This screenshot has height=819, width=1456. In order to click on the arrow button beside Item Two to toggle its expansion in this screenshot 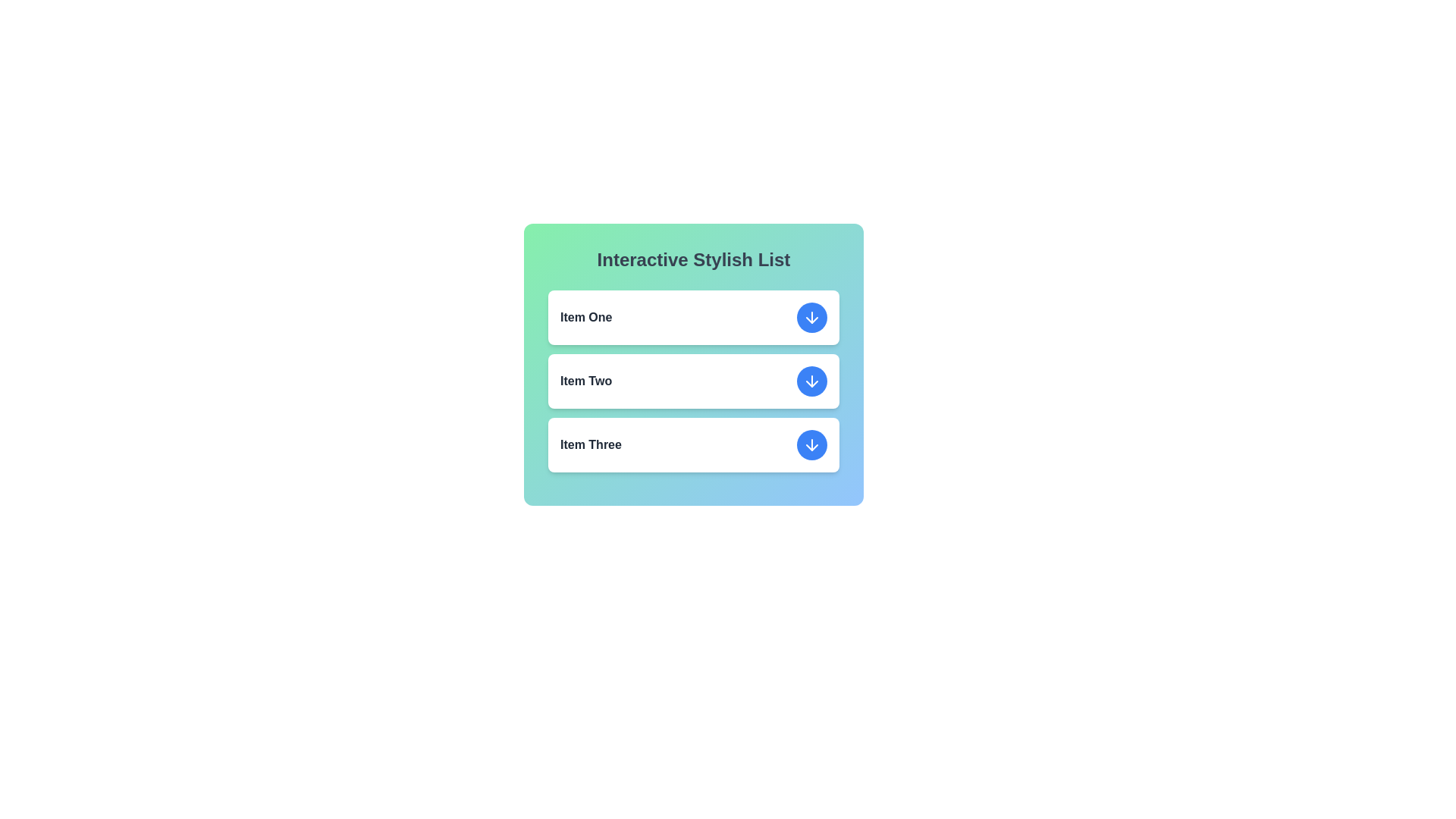, I will do `click(811, 380)`.